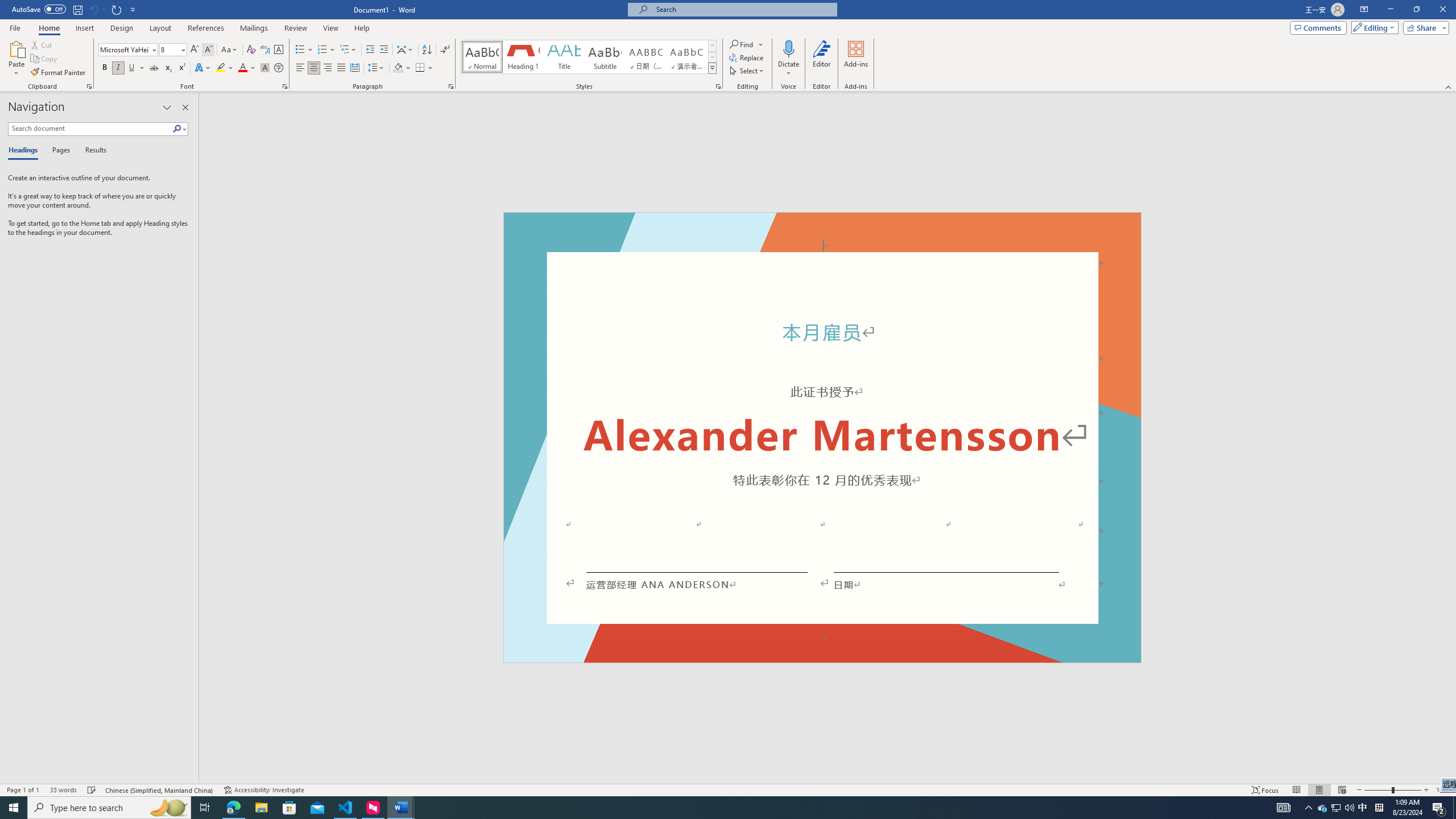 This screenshot has width=1456, height=819. What do you see at coordinates (747, 69) in the screenshot?
I see `'Select'` at bounding box center [747, 69].